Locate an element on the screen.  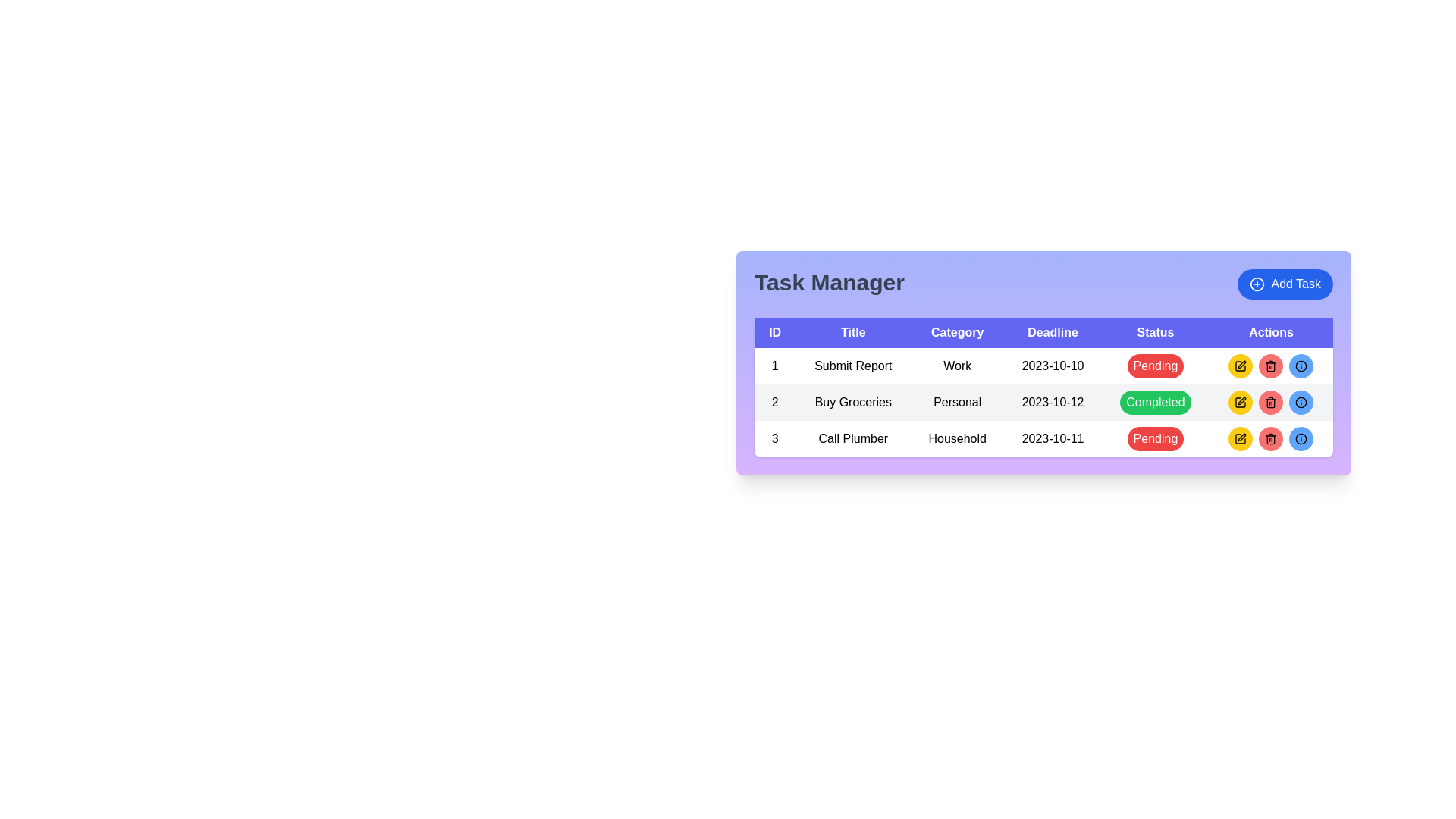
the 'Category' text label in the second row of the 'Task Manager' table that represents the task 'Buy Groceries' is located at coordinates (956, 402).